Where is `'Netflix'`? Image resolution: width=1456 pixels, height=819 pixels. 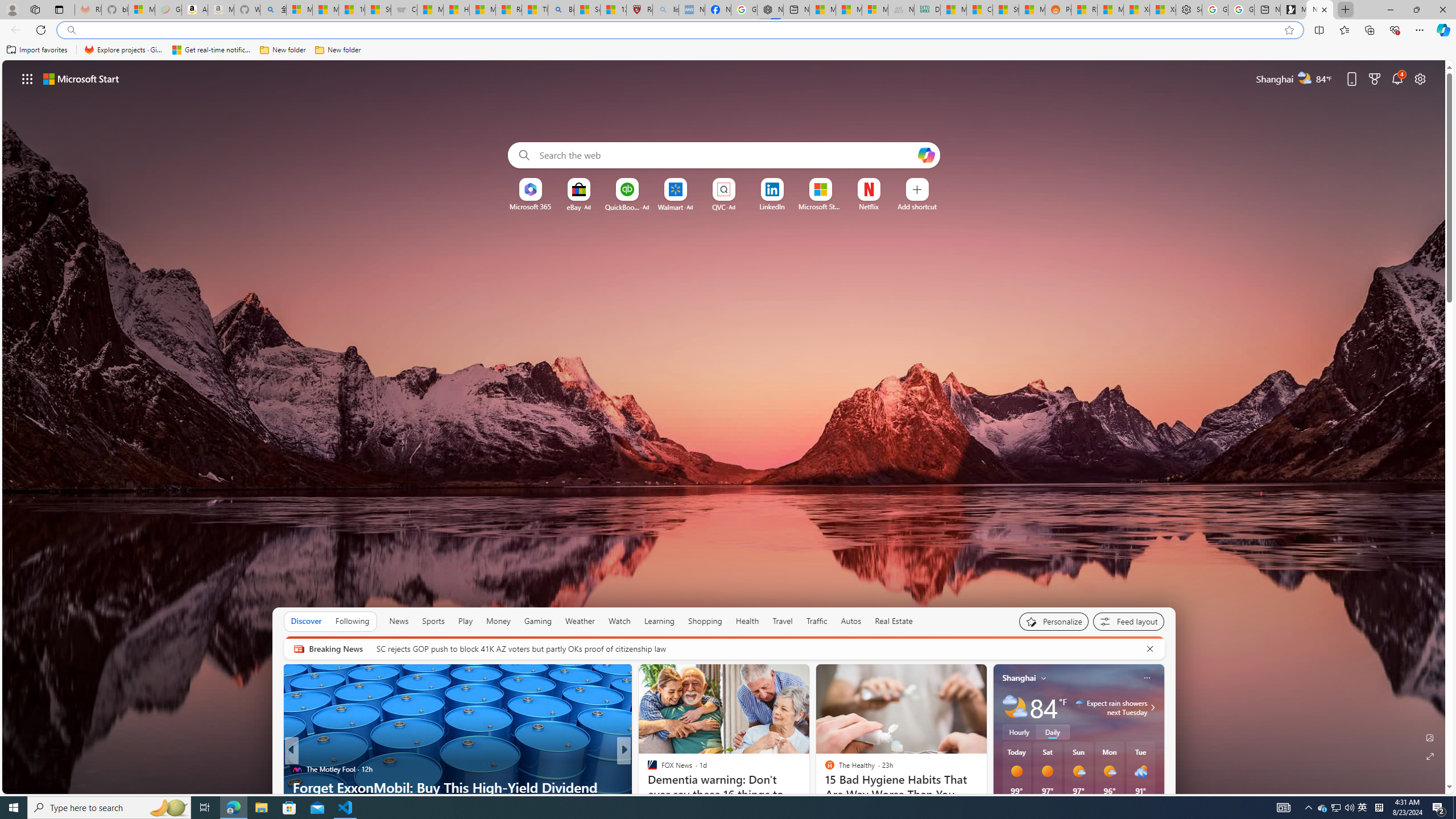 'Netflix' is located at coordinates (869, 206).